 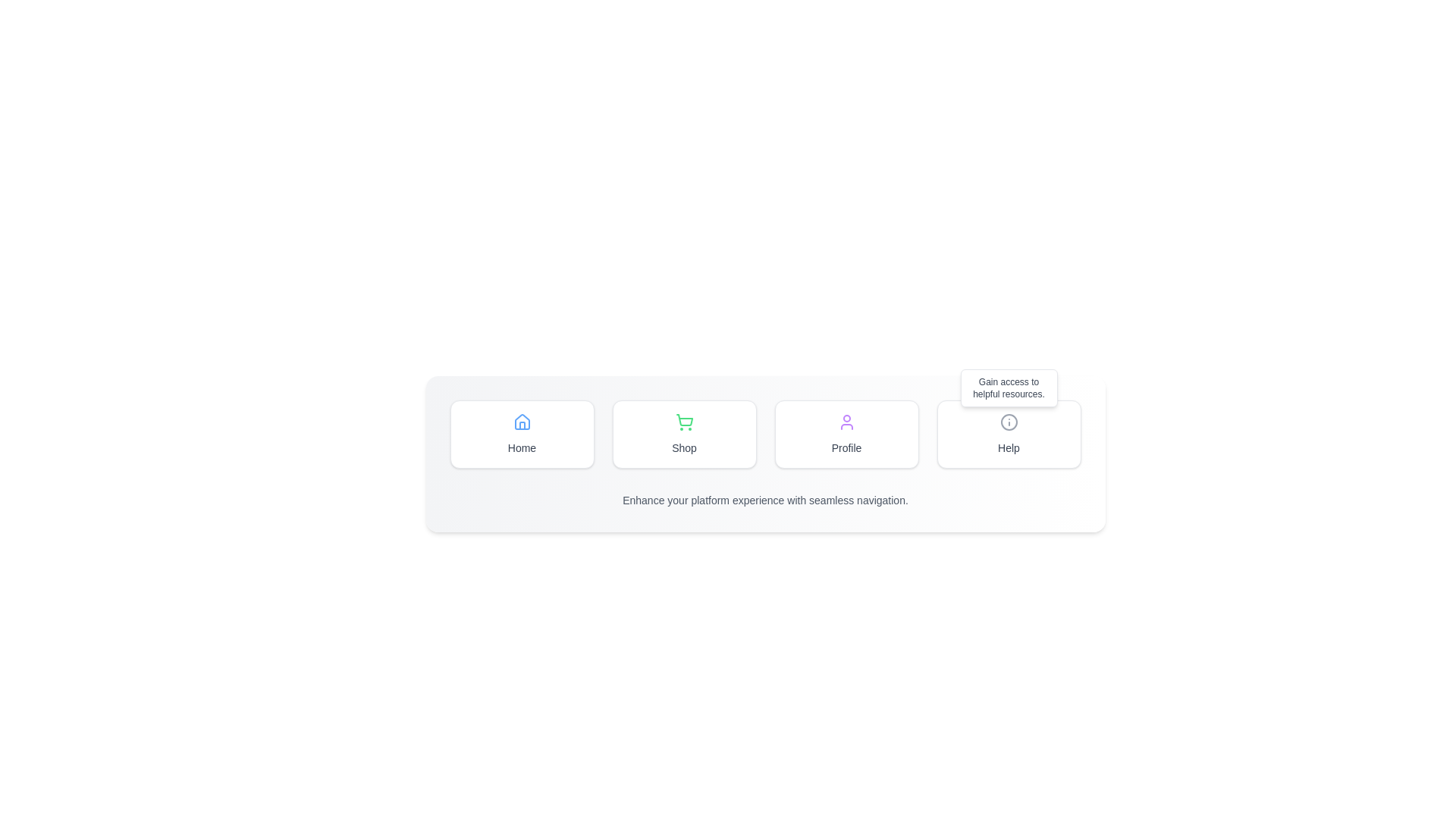 What do you see at coordinates (1009, 422) in the screenshot?
I see `the 'Help' button located on the rightmost side of the navigation bar, adjacent to the 'Profile' button` at bounding box center [1009, 422].